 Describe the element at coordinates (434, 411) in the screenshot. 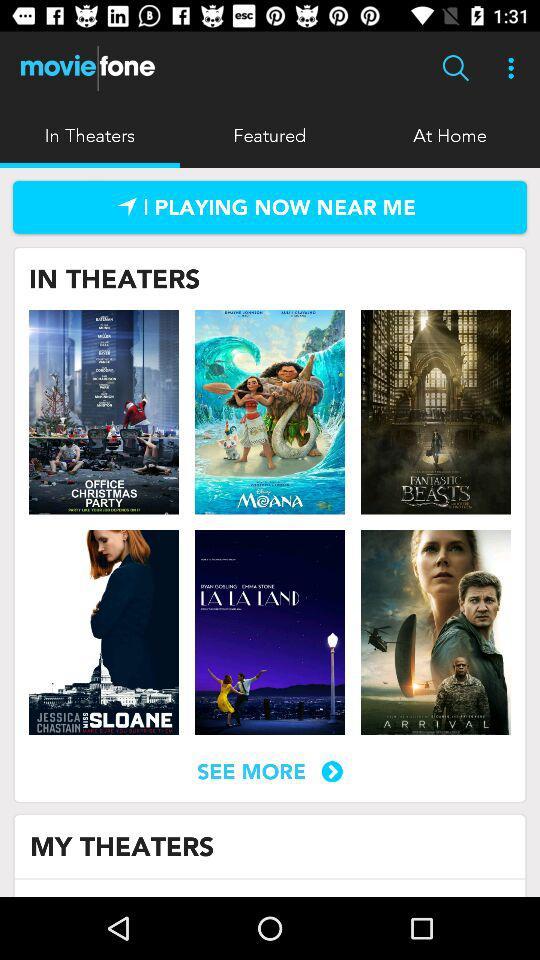

I see `movie listed` at that location.